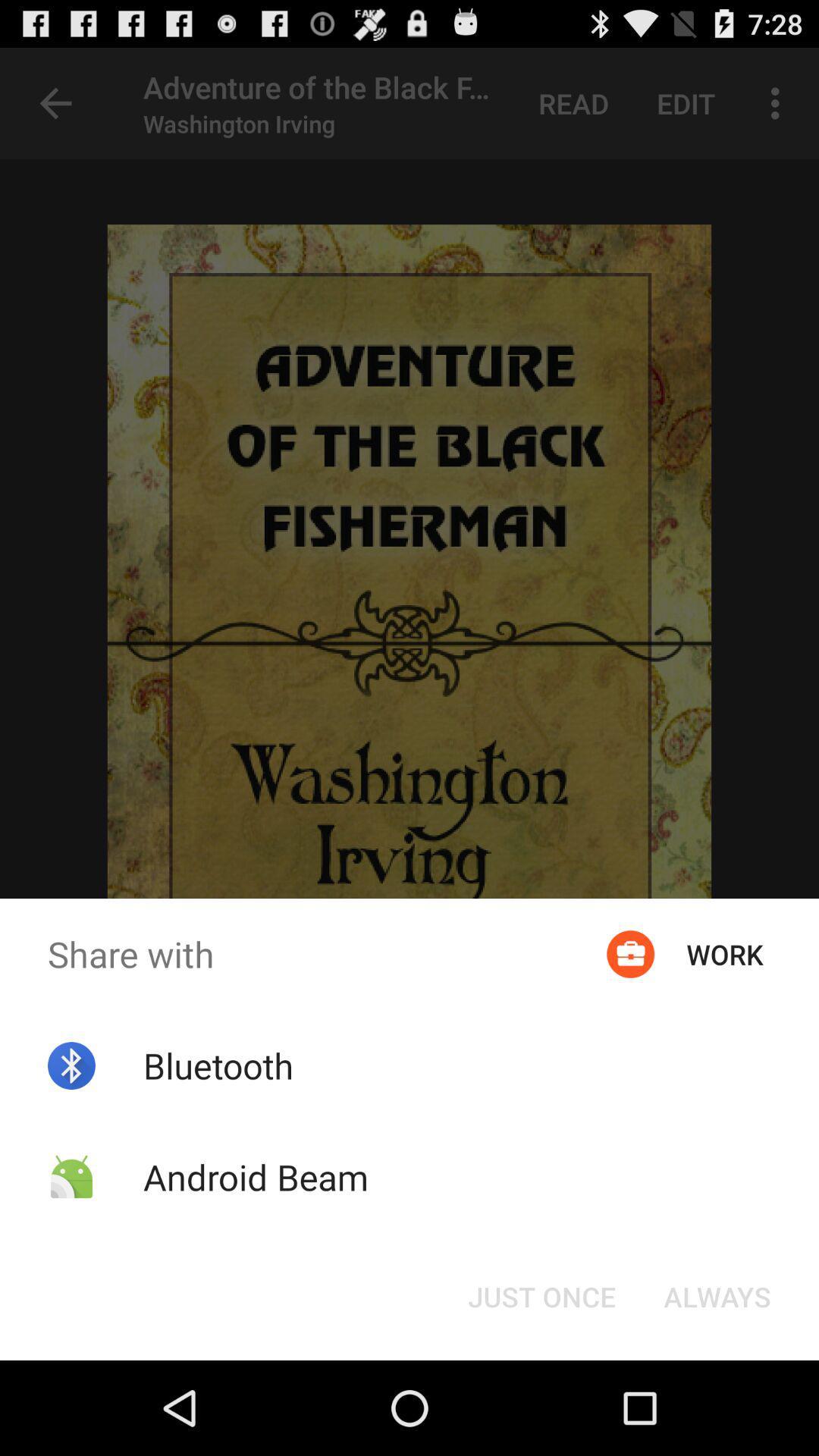 The image size is (819, 1456). What do you see at coordinates (717, 1295) in the screenshot?
I see `button to the right of the just once icon` at bounding box center [717, 1295].